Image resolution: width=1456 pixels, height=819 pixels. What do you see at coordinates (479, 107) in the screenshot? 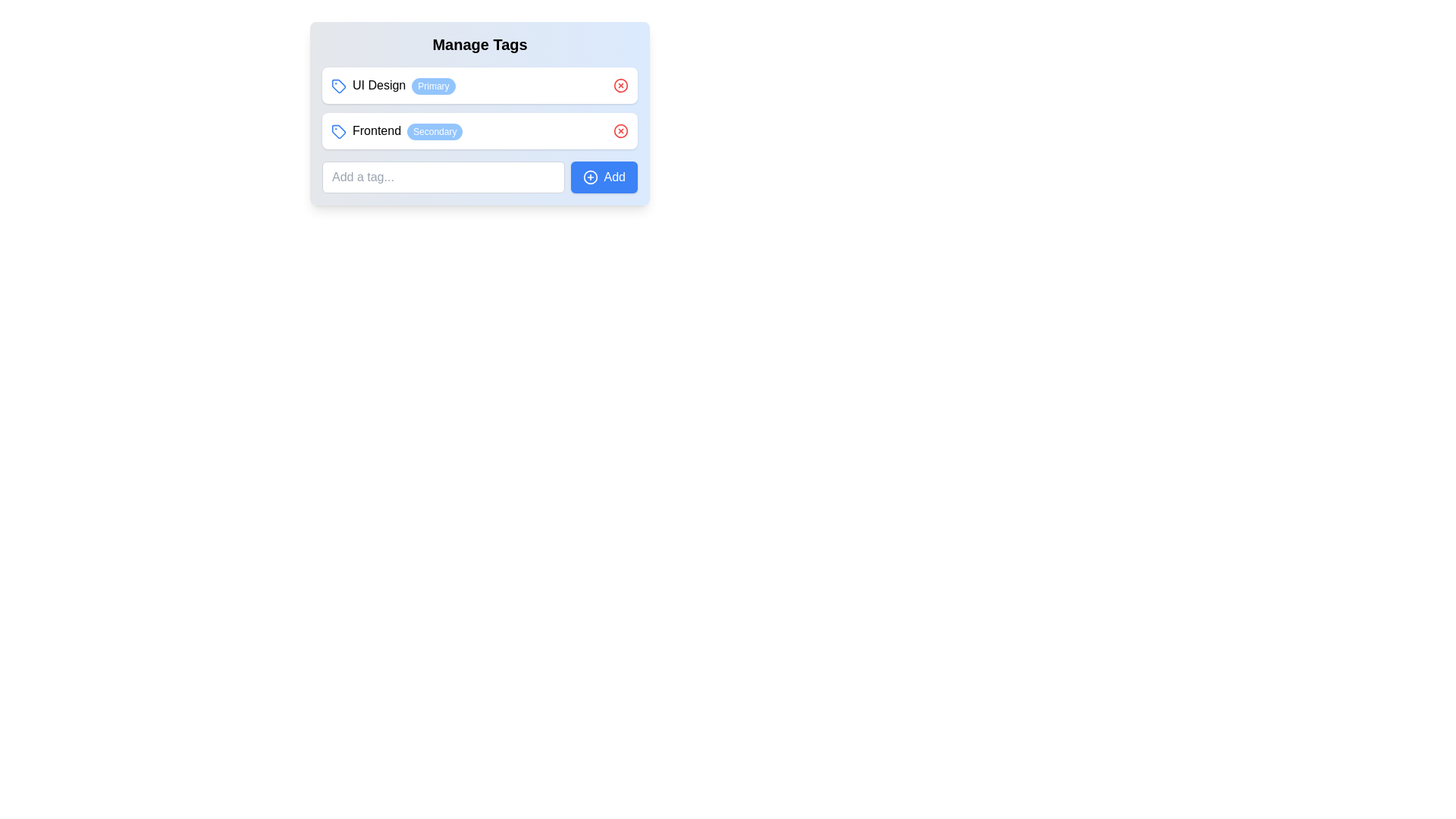
I see `the grouped data rows displaying tags 'UI Design - Primary' and 'Frontend - Secondary'` at bounding box center [479, 107].